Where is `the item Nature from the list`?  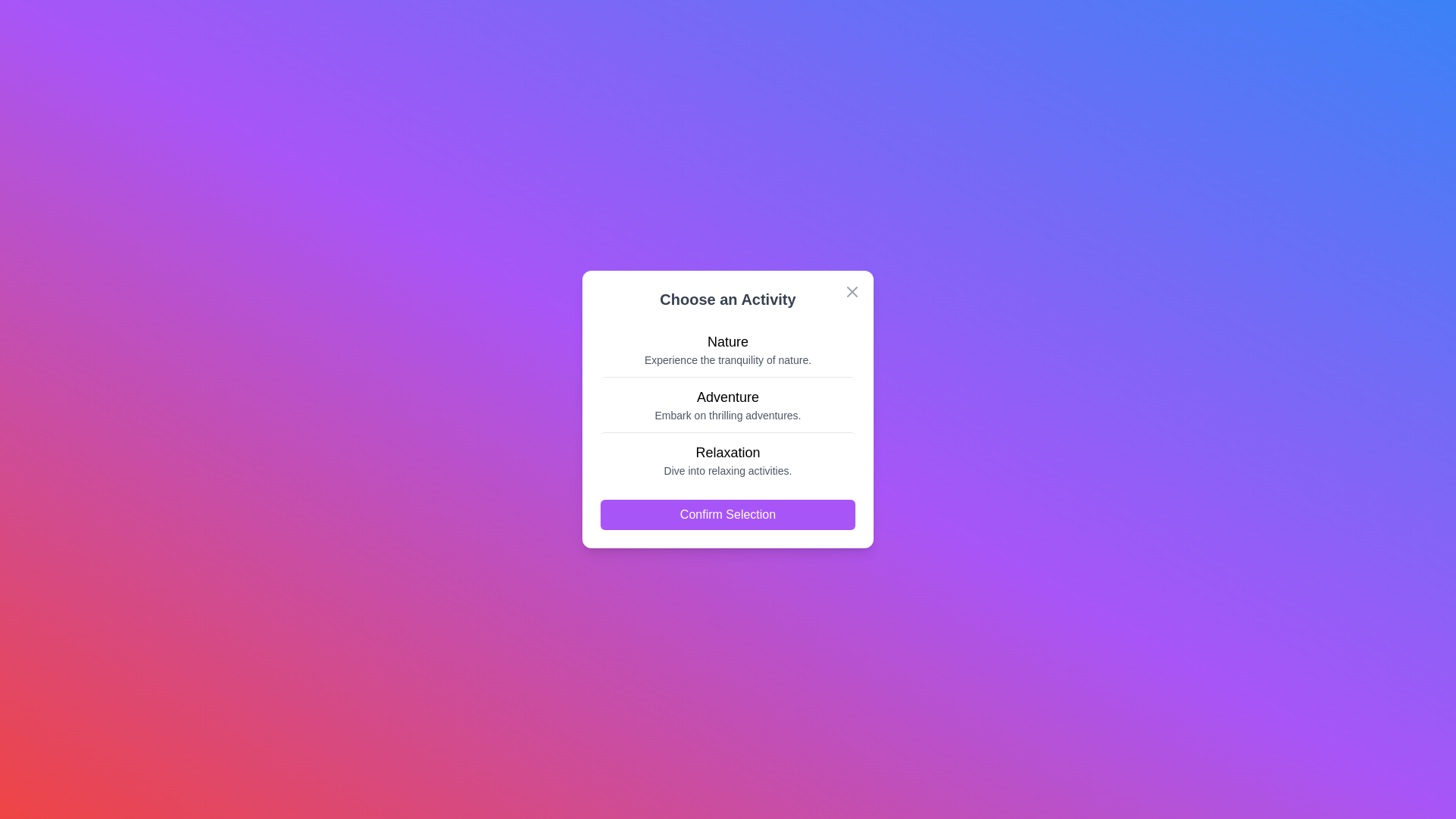 the item Nature from the list is located at coordinates (728, 350).